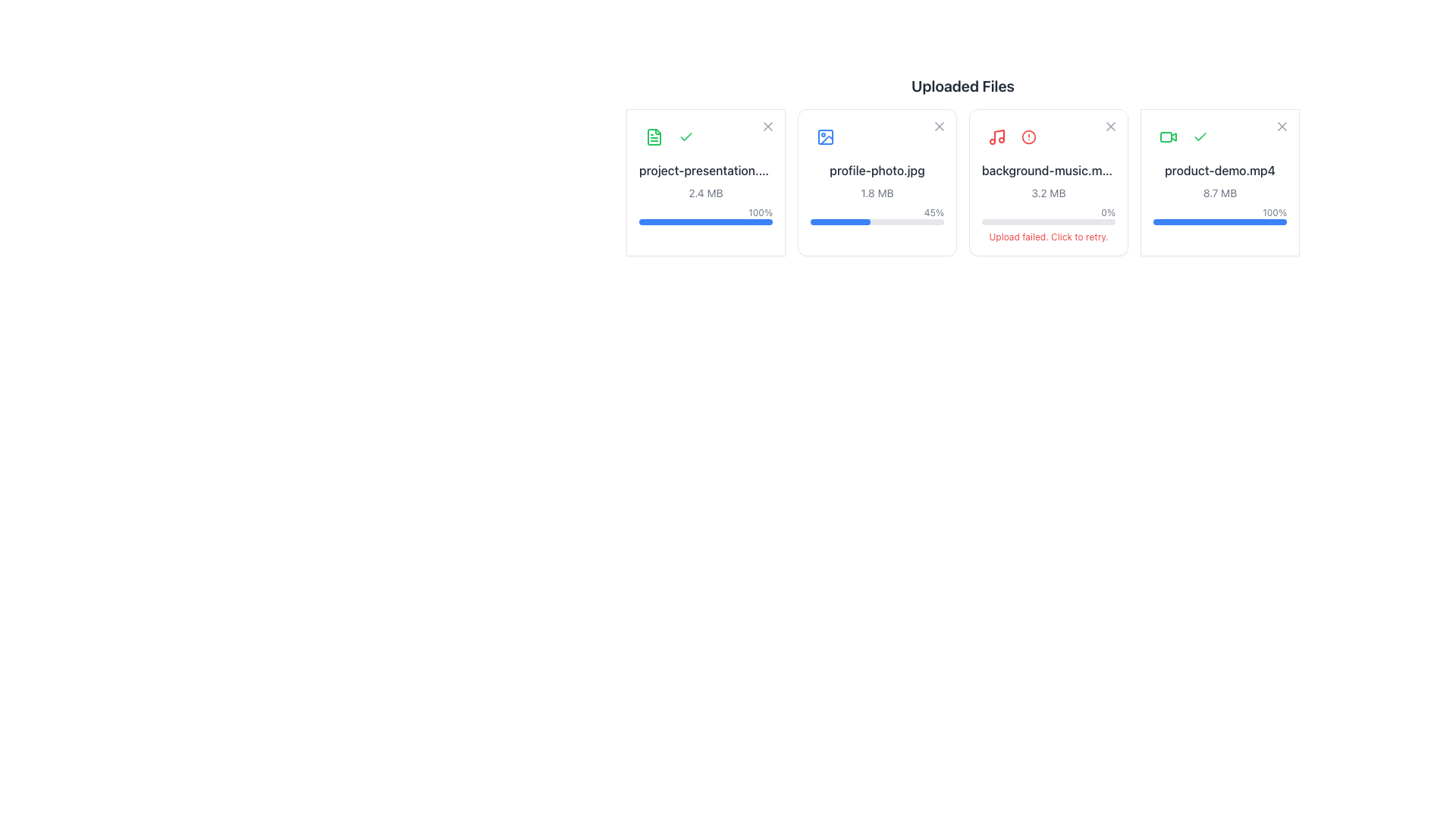 Image resolution: width=1456 pixels, height=819 pixels. Describe the element at coordinates (1110, 127) in the screenshot. I see `the 'X' button at the top-right corner of the file preview card labeled 'background-music.mp3'` at that location.